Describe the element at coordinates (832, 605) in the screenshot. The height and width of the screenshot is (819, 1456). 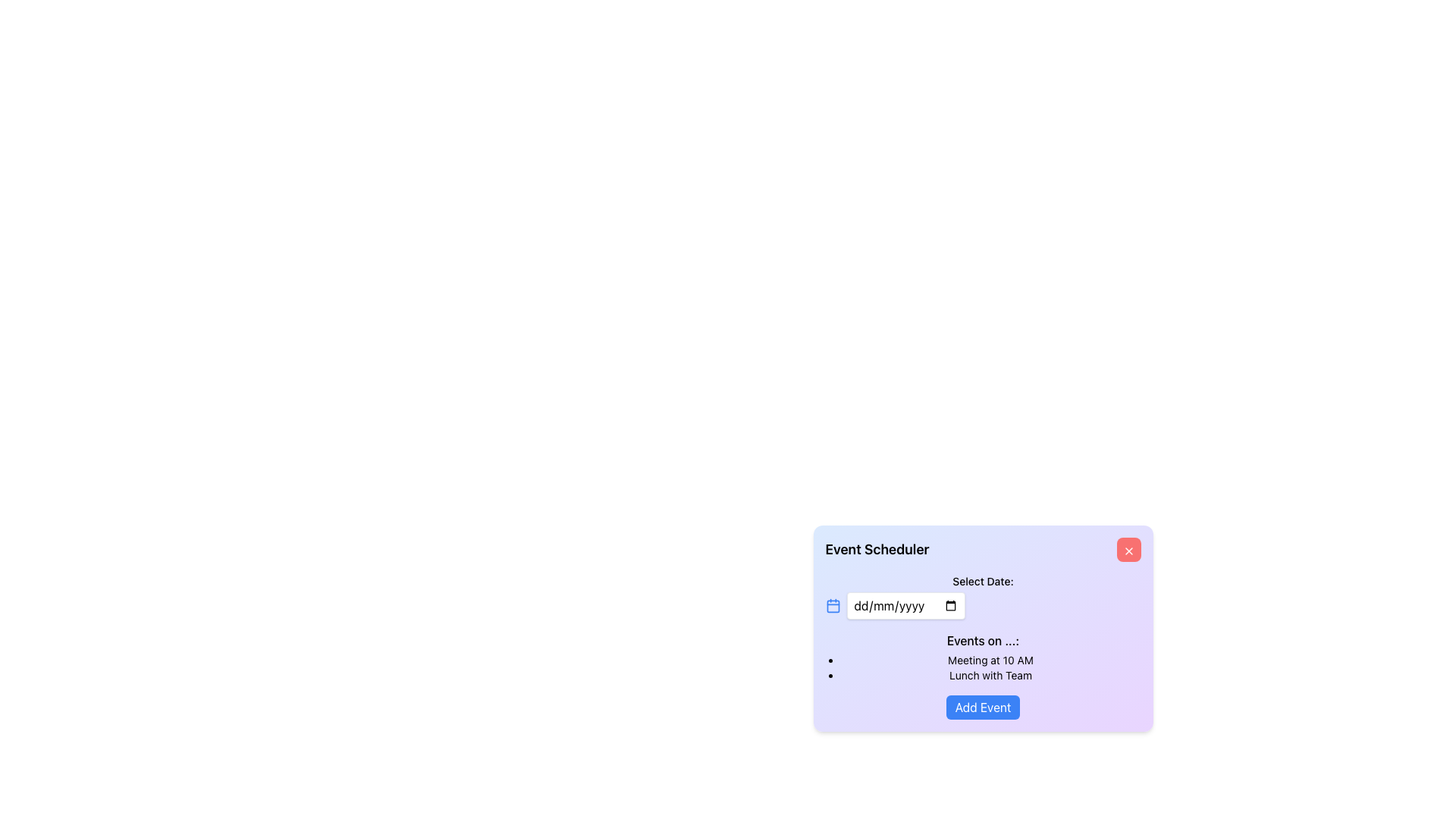
I see `the small rectangle with rounded corners located in the bottom right portion of the calendar icon, positioned to the left of the date text input` at that location.